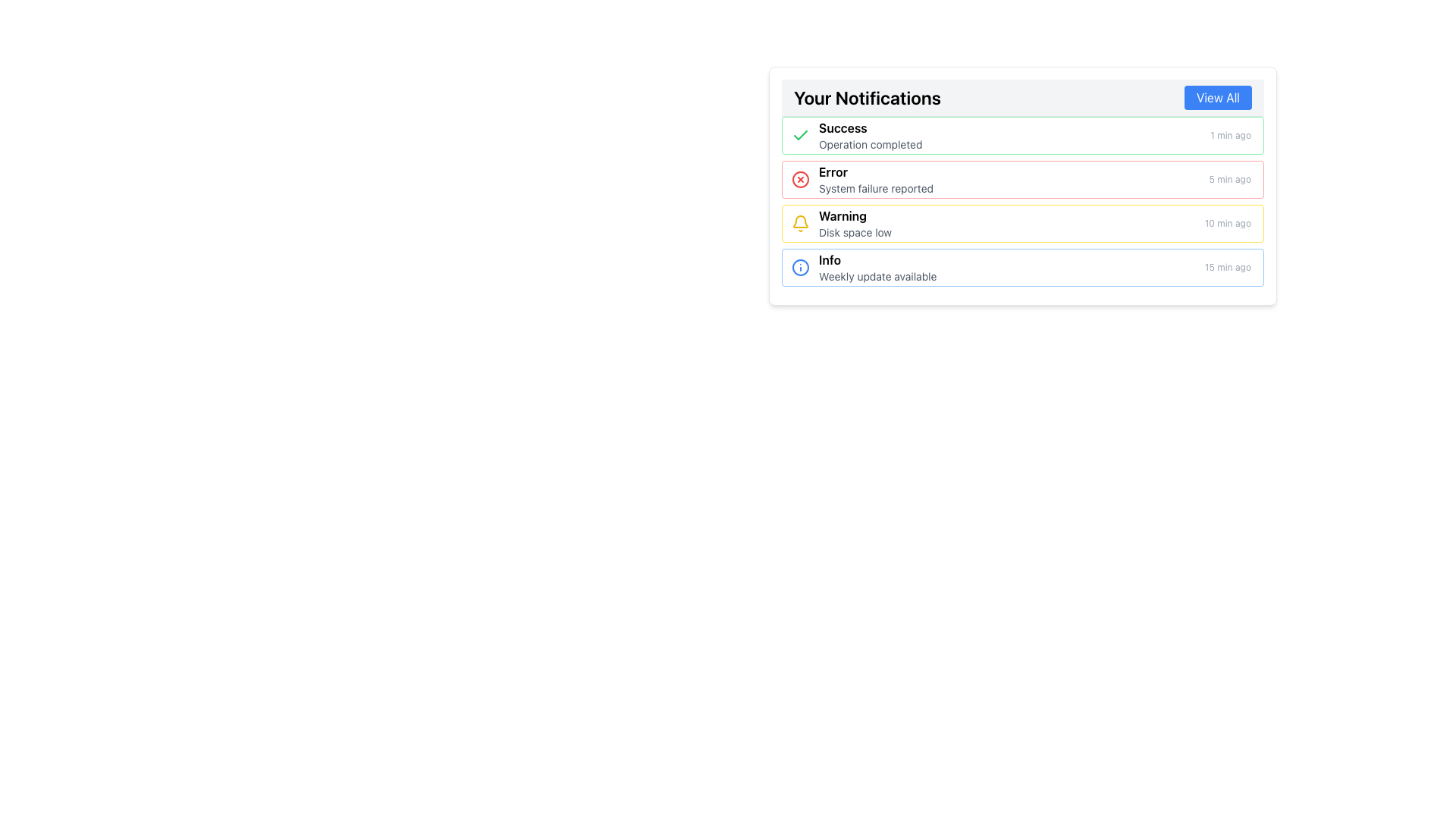  I want to click on the success indicator icon located in the top-left corner of the notifications list, adjacent to the text label 'Success', so click(800, 134).